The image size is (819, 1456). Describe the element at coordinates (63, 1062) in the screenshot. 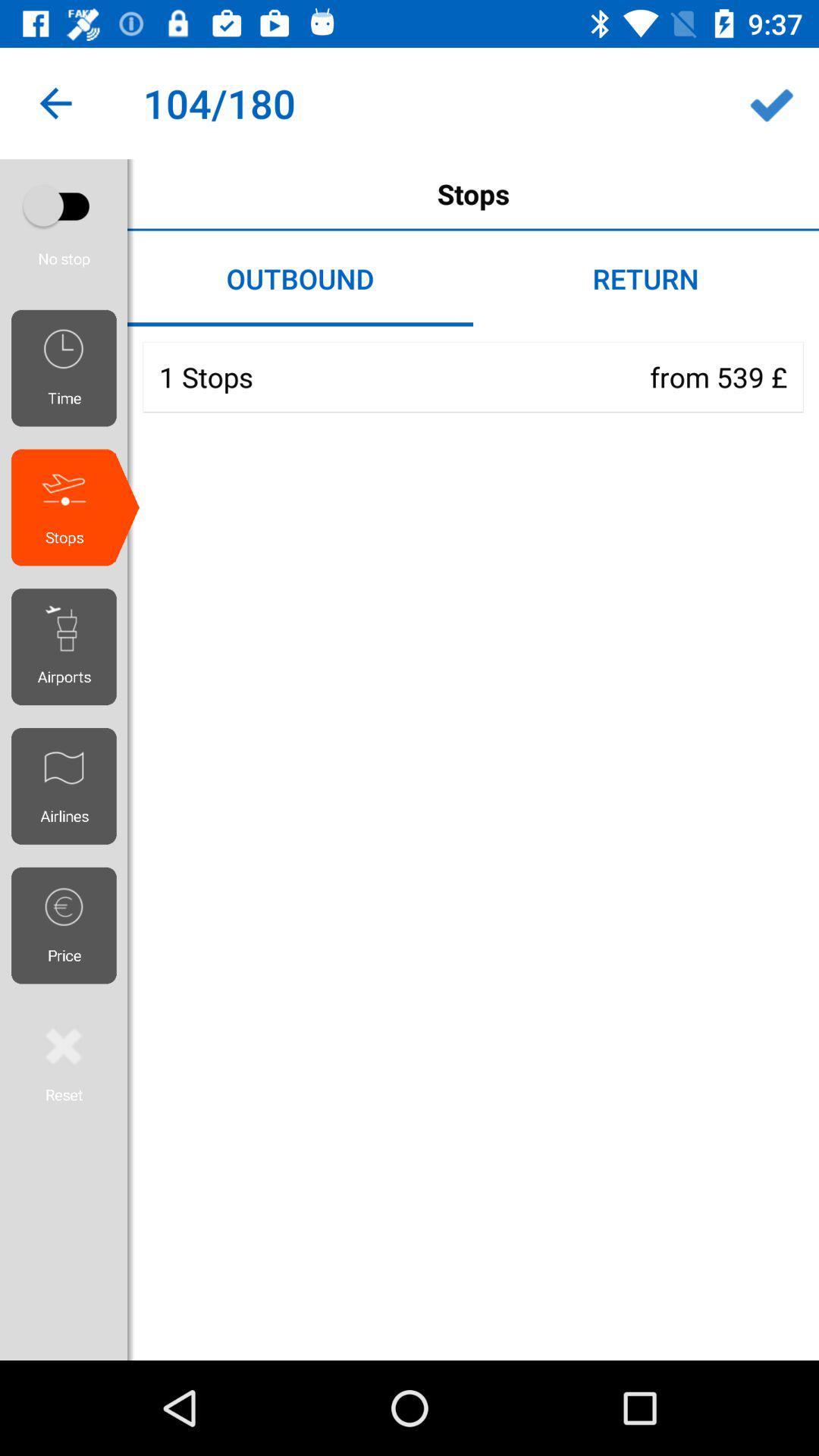

I see `page` at that location.